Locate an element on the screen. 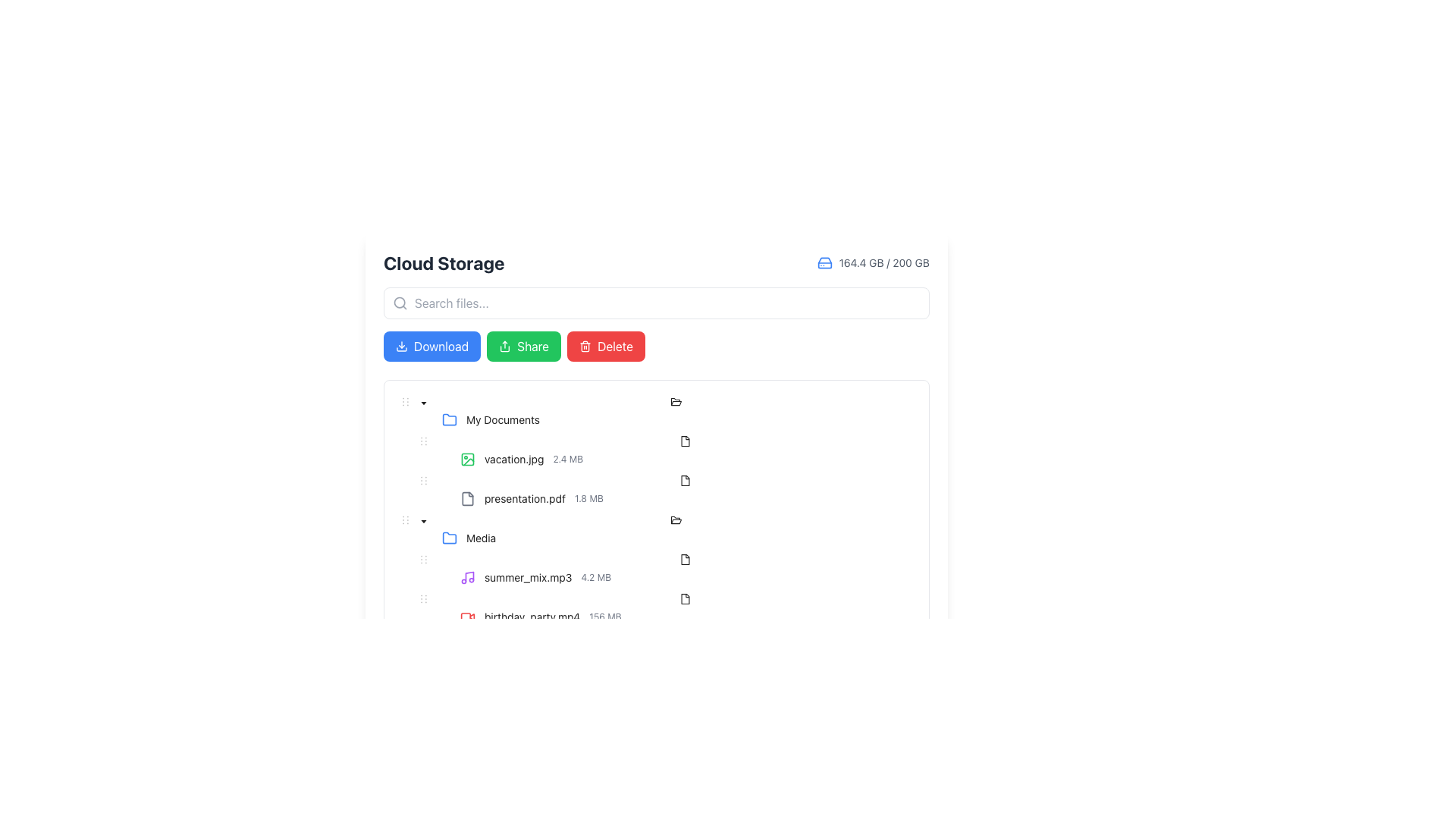 This screenshot has width=1456, height=819. the file list item for 'presentation.pdf' is located at coordinates (656, 489).